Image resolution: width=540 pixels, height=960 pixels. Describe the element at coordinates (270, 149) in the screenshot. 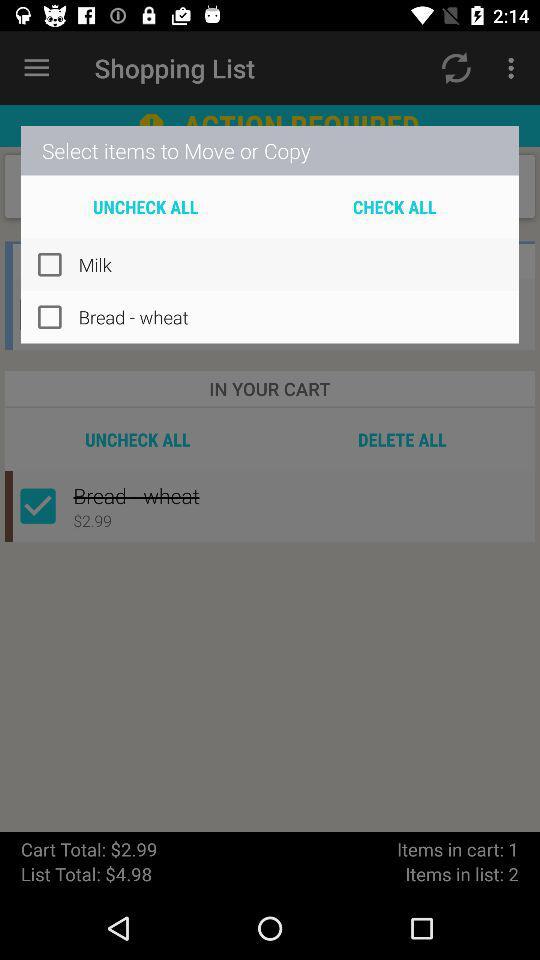

I see `select items to icon` at that location.